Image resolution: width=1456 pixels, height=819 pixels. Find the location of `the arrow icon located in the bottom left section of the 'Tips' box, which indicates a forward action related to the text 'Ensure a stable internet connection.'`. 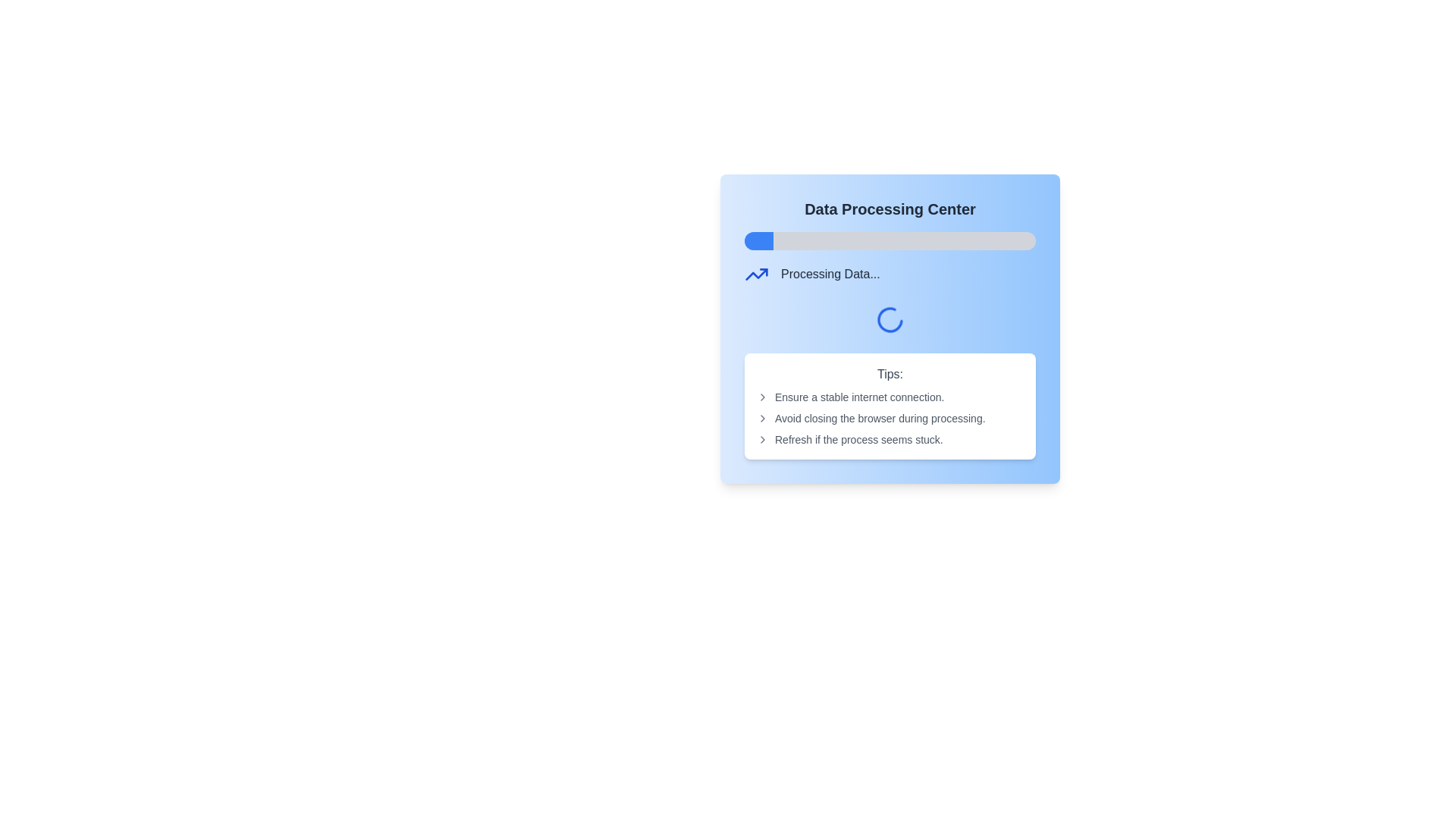

the arrow icon located in the bottom left section of the 'Tips' box, which indicates a forward action related to the text 'Ensure a stable internet connection.' is located at coordinates (763, 397).